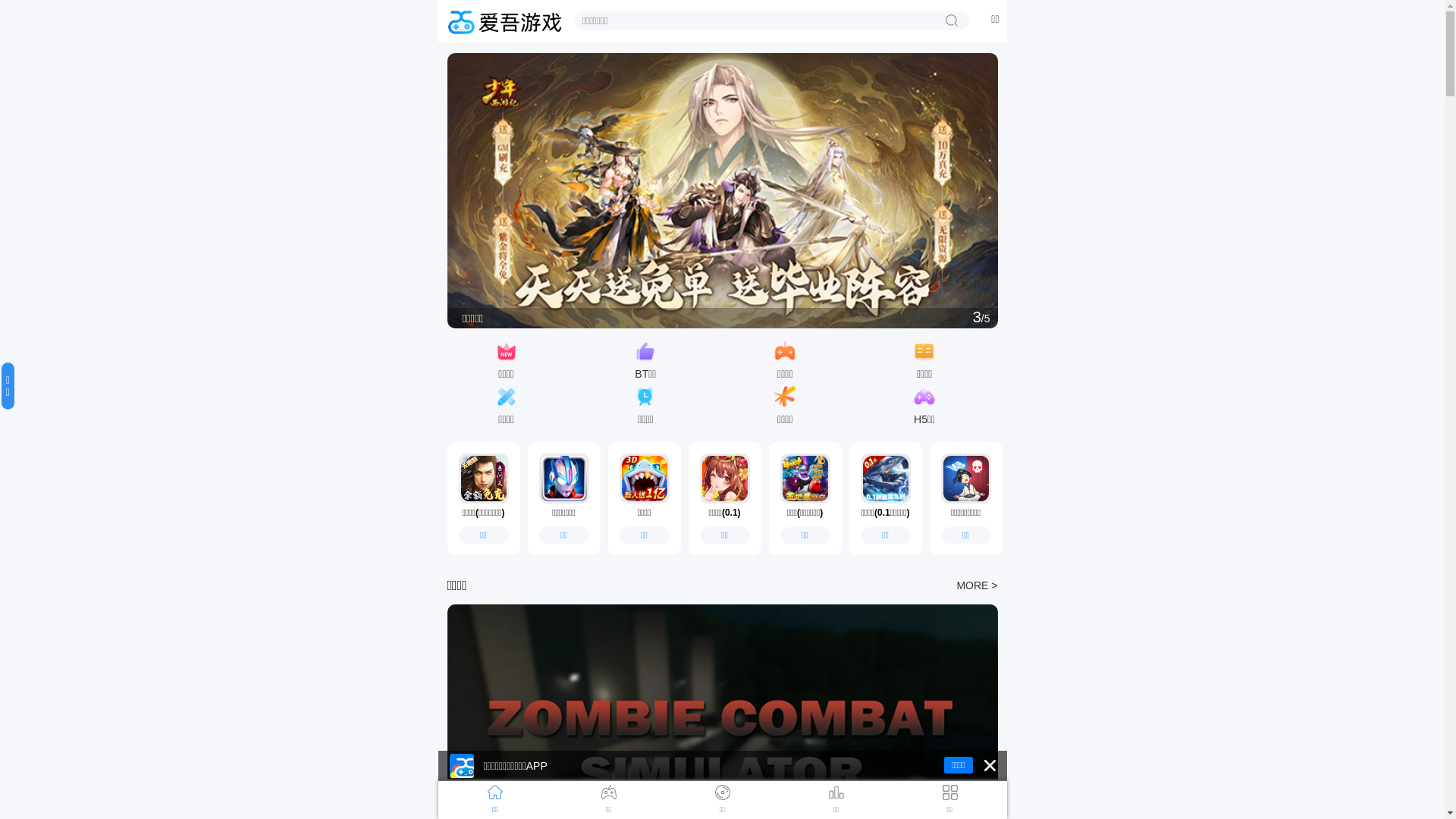 This screenshot has height=819, width=1456. What do you see at coordinates (976, 584) in the screenshot?
I see `'MORE >'` at bounding box center [976, 584].